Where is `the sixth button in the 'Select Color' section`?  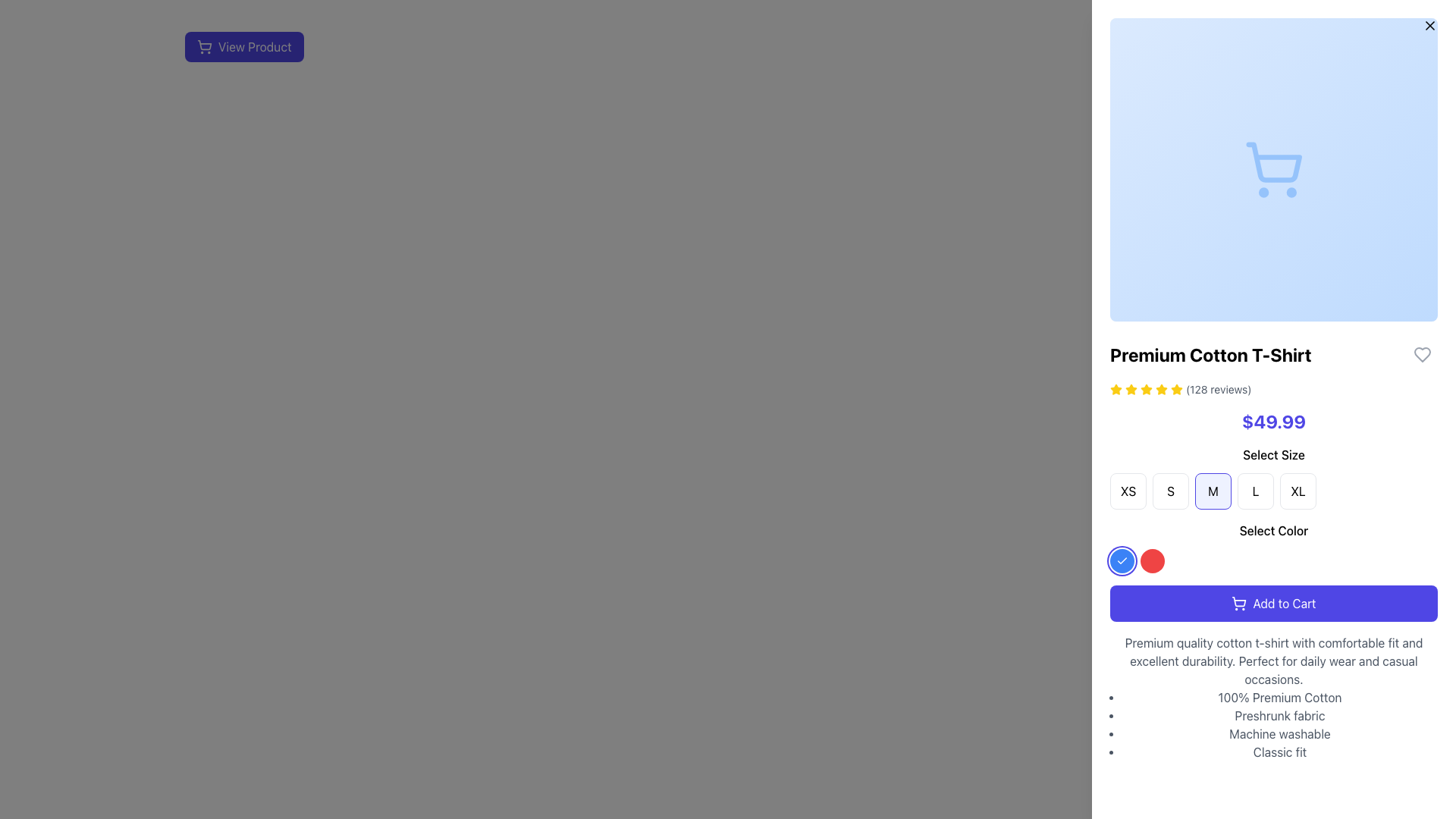 the sixth button in the 'Select Color' section is located at coordinates (1212, 561).